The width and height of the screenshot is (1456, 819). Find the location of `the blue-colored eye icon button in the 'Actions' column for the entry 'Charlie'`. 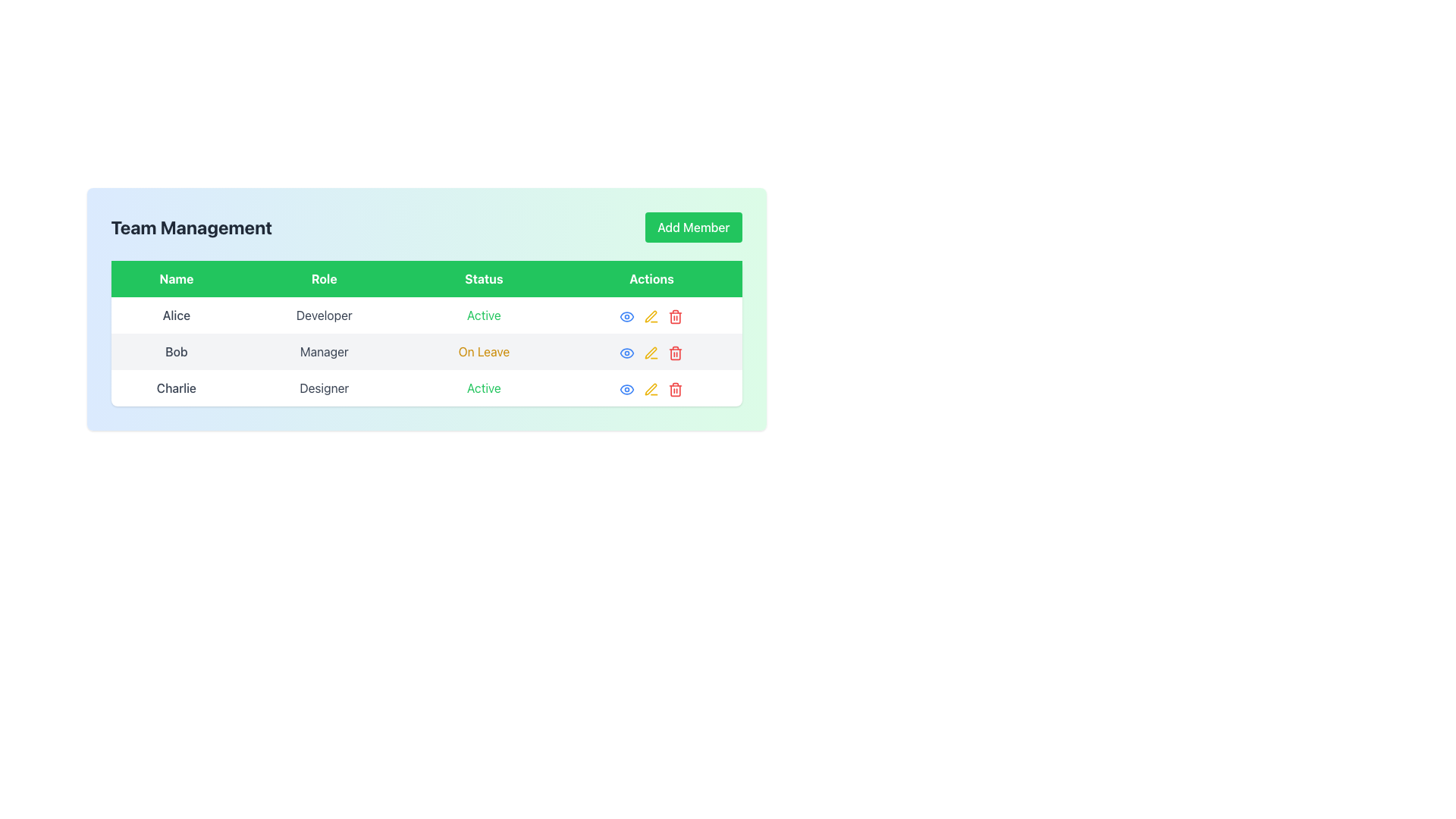

the blue-colored eye icon button in the 'Actions' column for the entry 'Charlie' is located at coordinates (627, 388).